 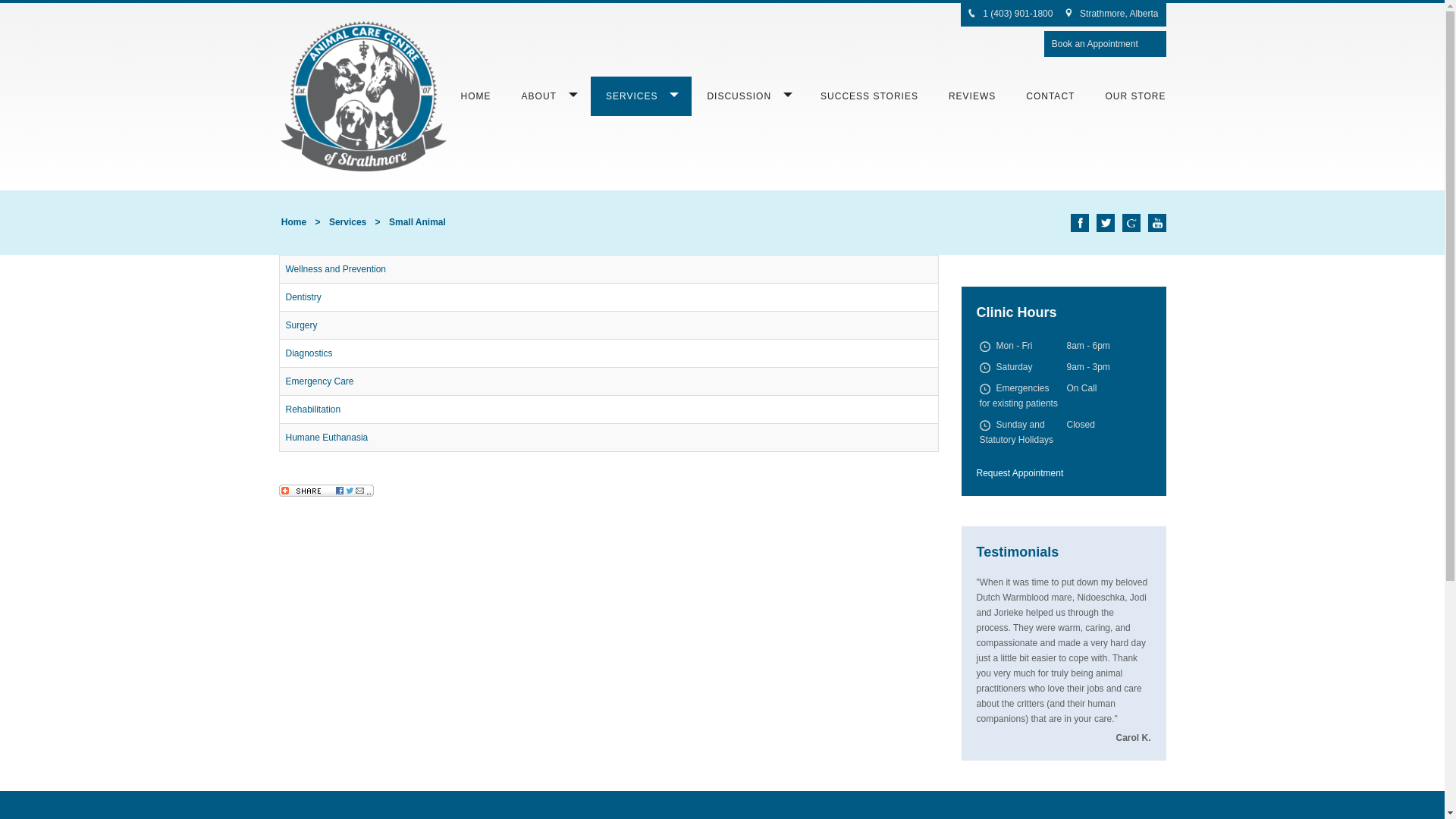 What do you see at coordinates (1156, 222) in the screenshot?
I see `'YouTube'` at bounding box center [1156, 222].